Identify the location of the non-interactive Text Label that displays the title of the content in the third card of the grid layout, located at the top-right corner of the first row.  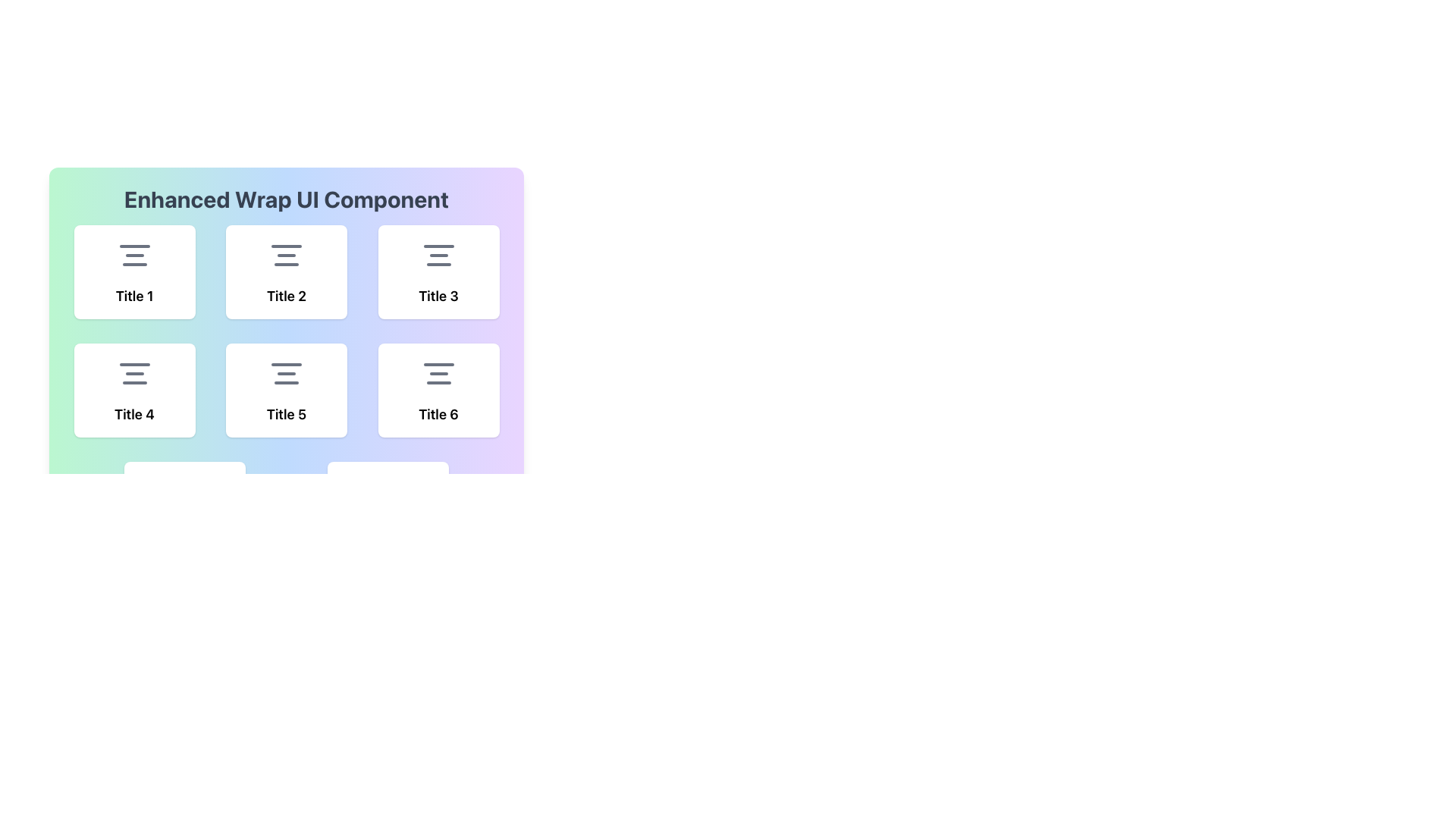
(438, 296).